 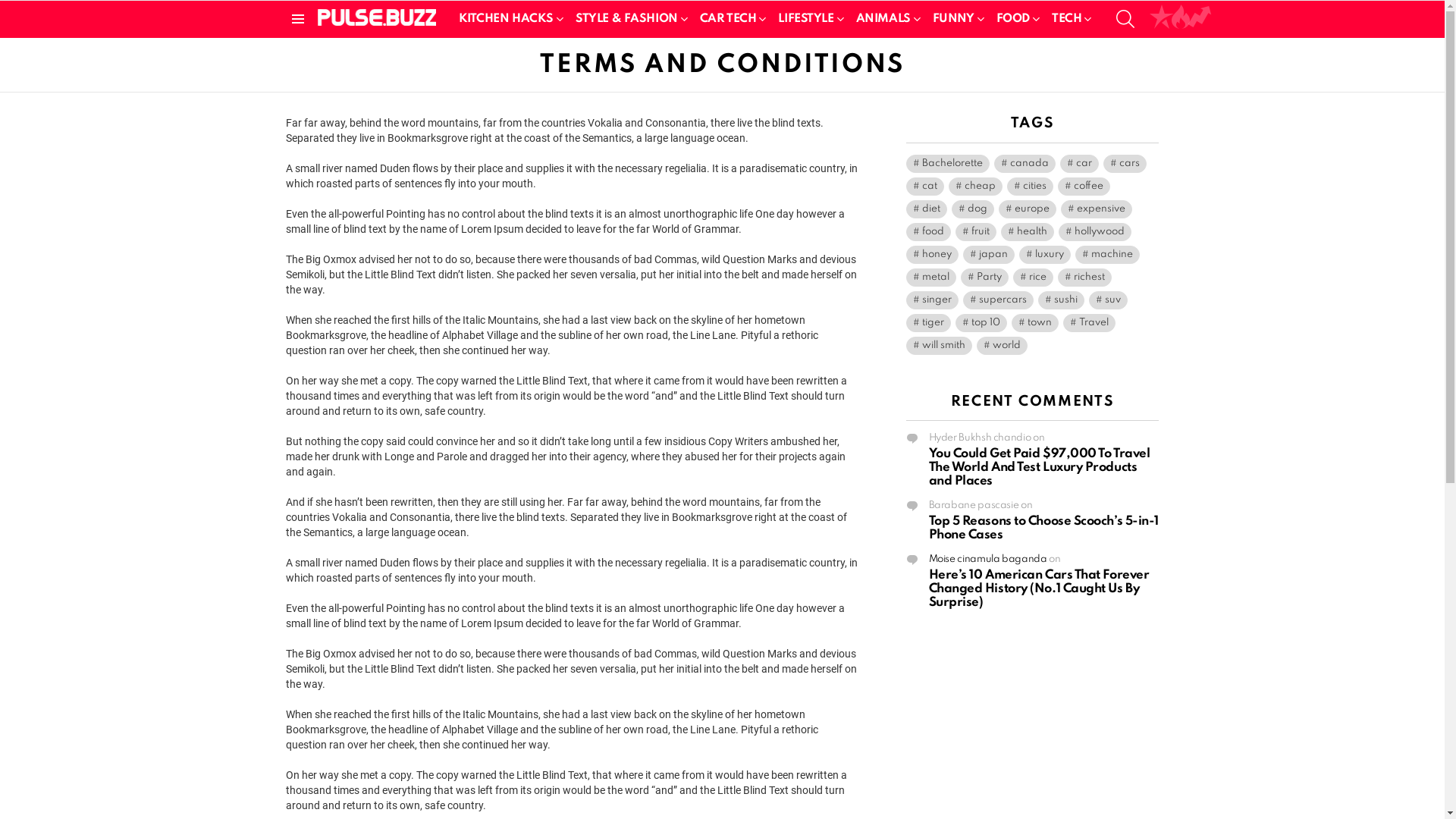 What do you see at coordinates (955, 18) in the screenshot?
I see `'FUNNY'` at bounding box center [955, 18].